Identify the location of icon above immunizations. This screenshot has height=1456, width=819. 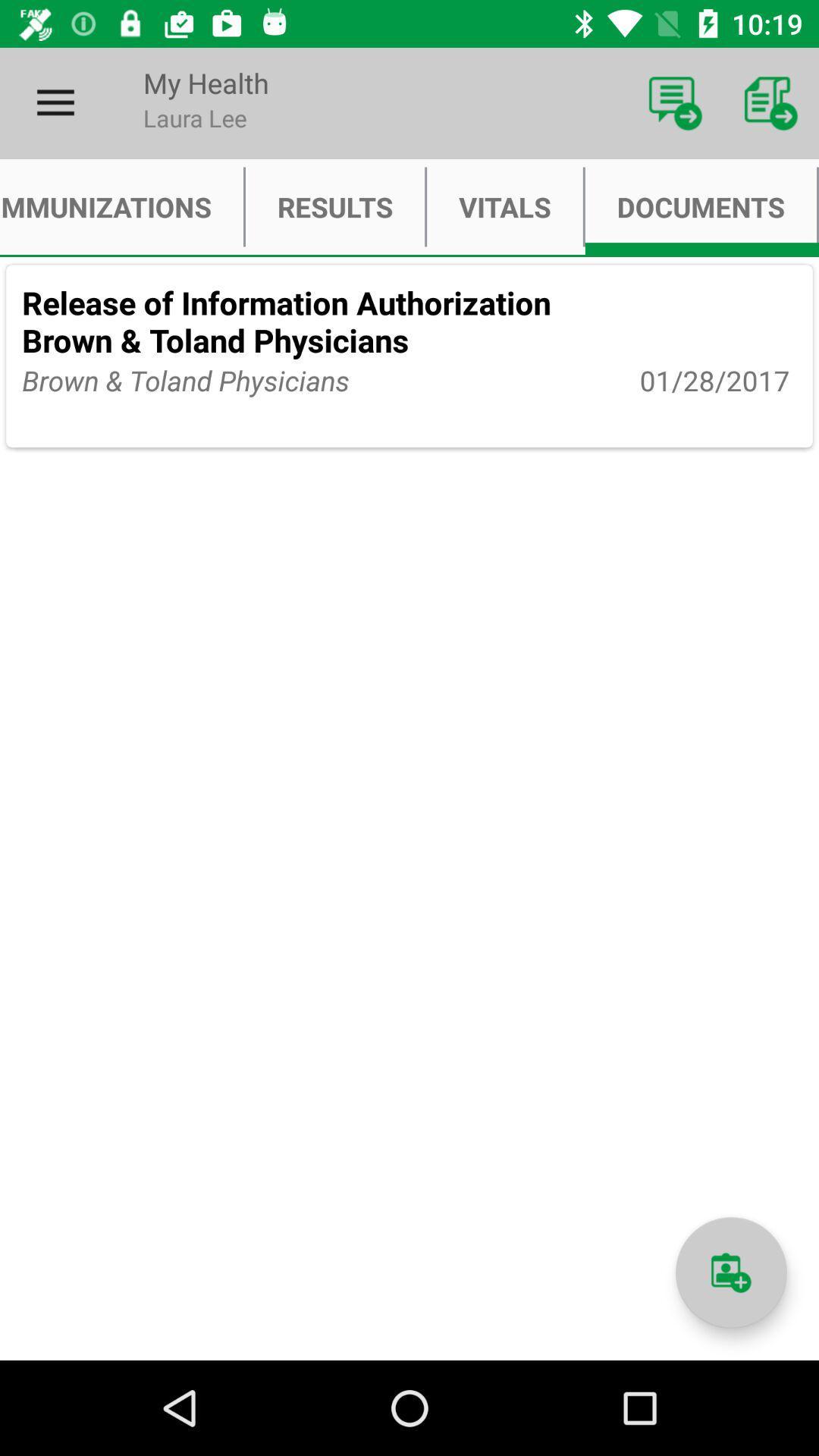
(55, 102).